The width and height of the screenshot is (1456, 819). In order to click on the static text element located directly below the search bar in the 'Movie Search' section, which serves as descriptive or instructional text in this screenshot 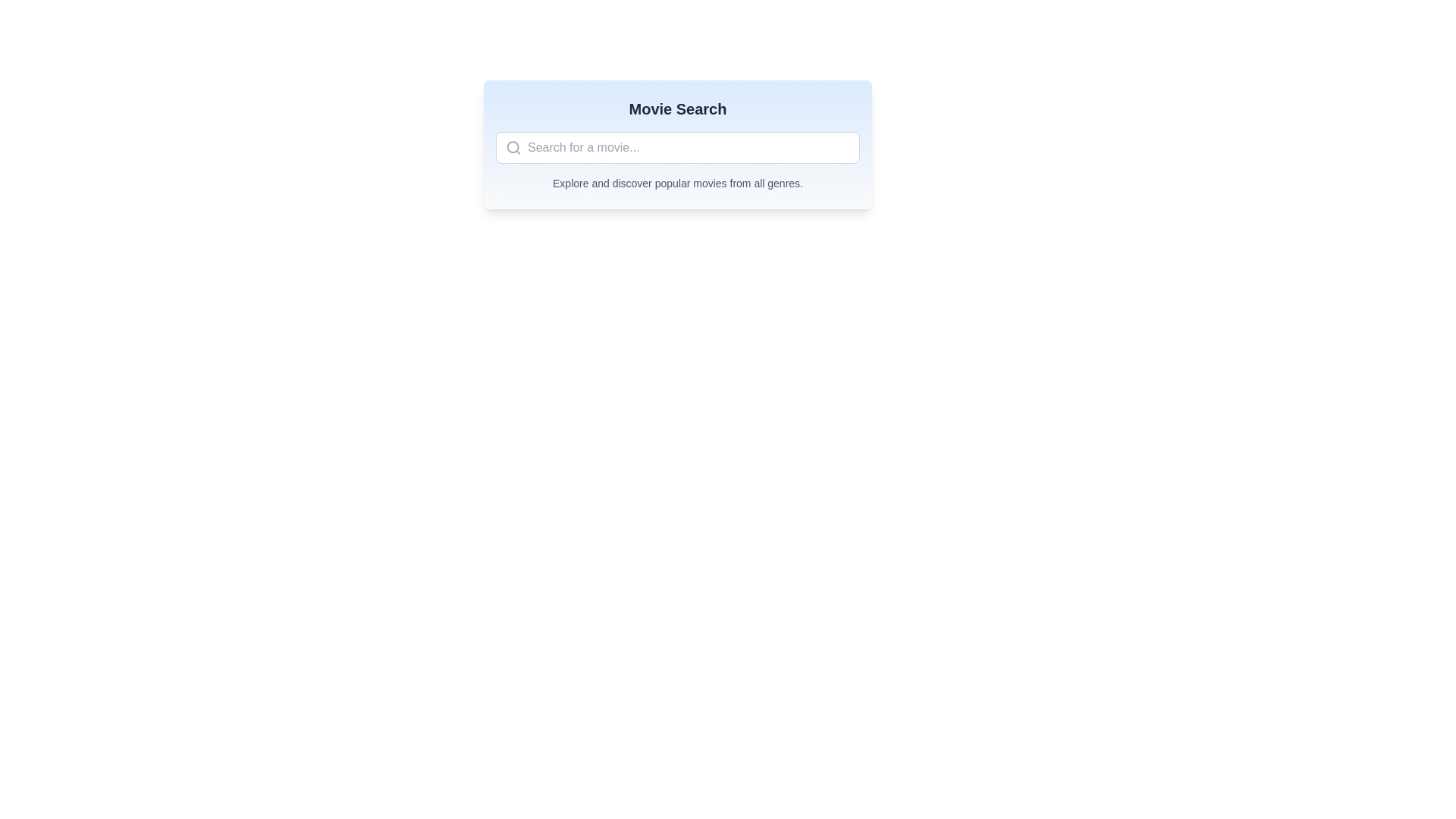, I will do `click(676, 183)`.